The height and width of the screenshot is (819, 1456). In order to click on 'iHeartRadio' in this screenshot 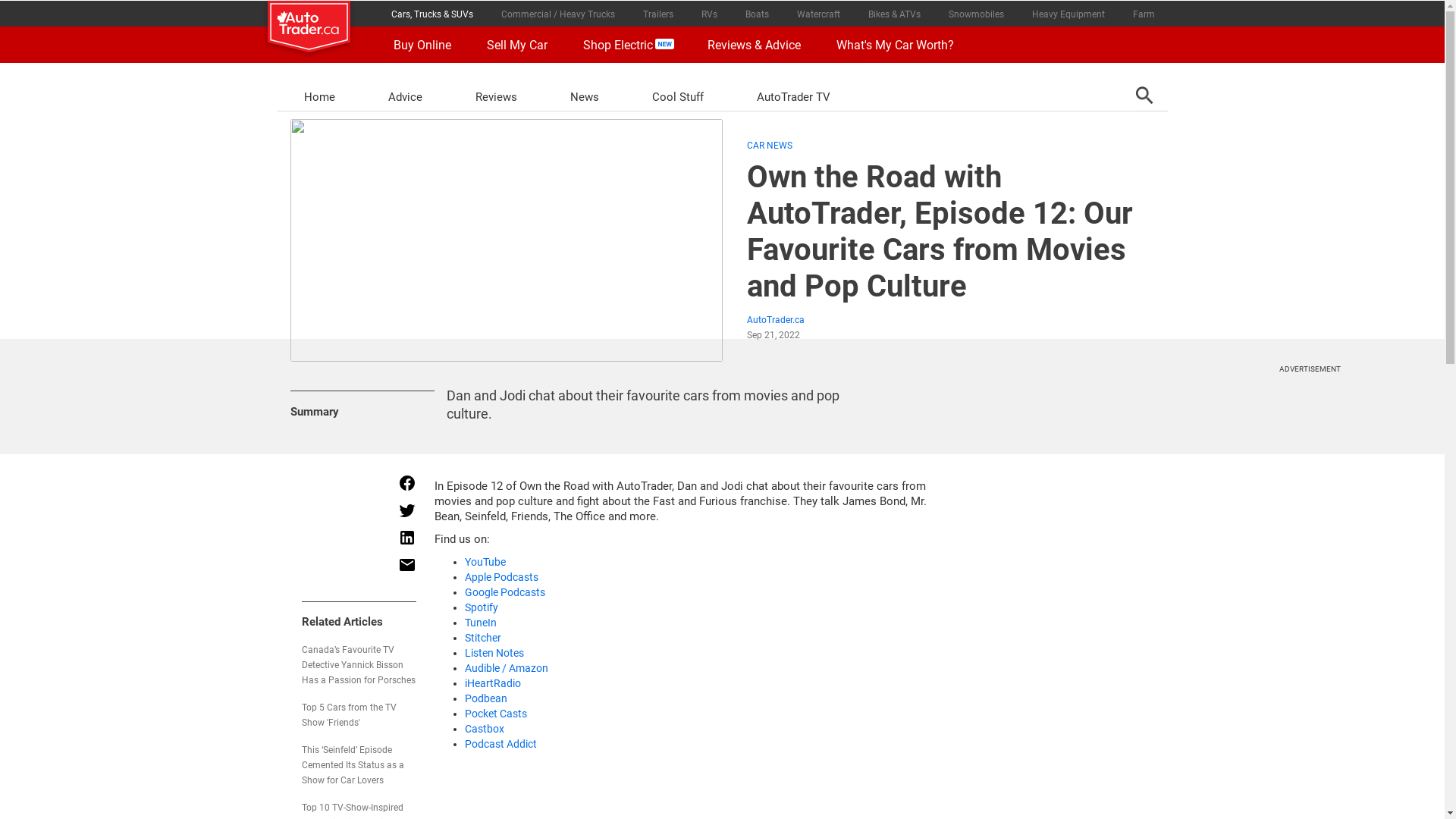, I will do `click(491, 683)`.